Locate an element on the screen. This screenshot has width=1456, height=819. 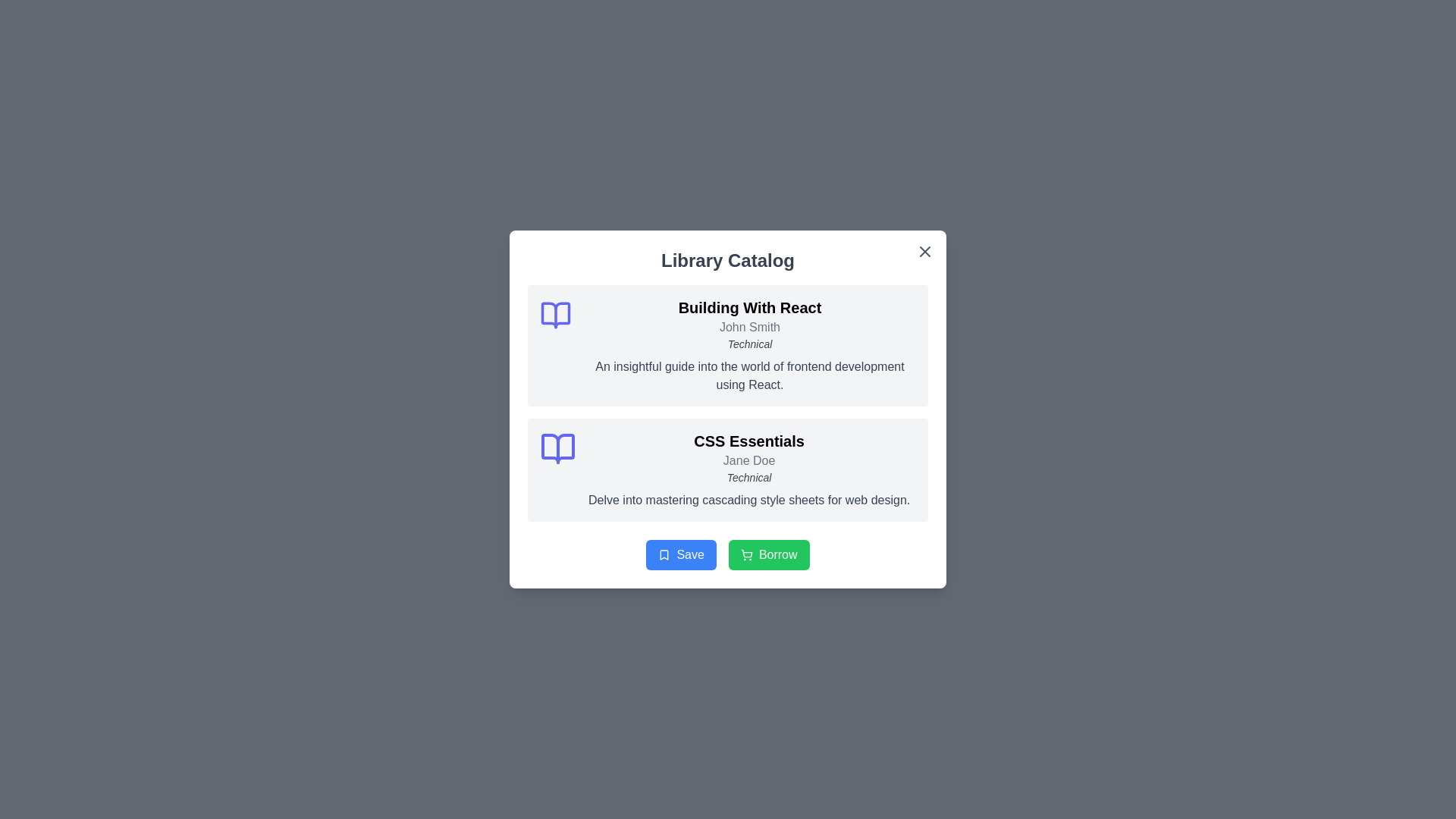
the title text label located in the second card of the card-like structure is located at coordinates (749, 441).